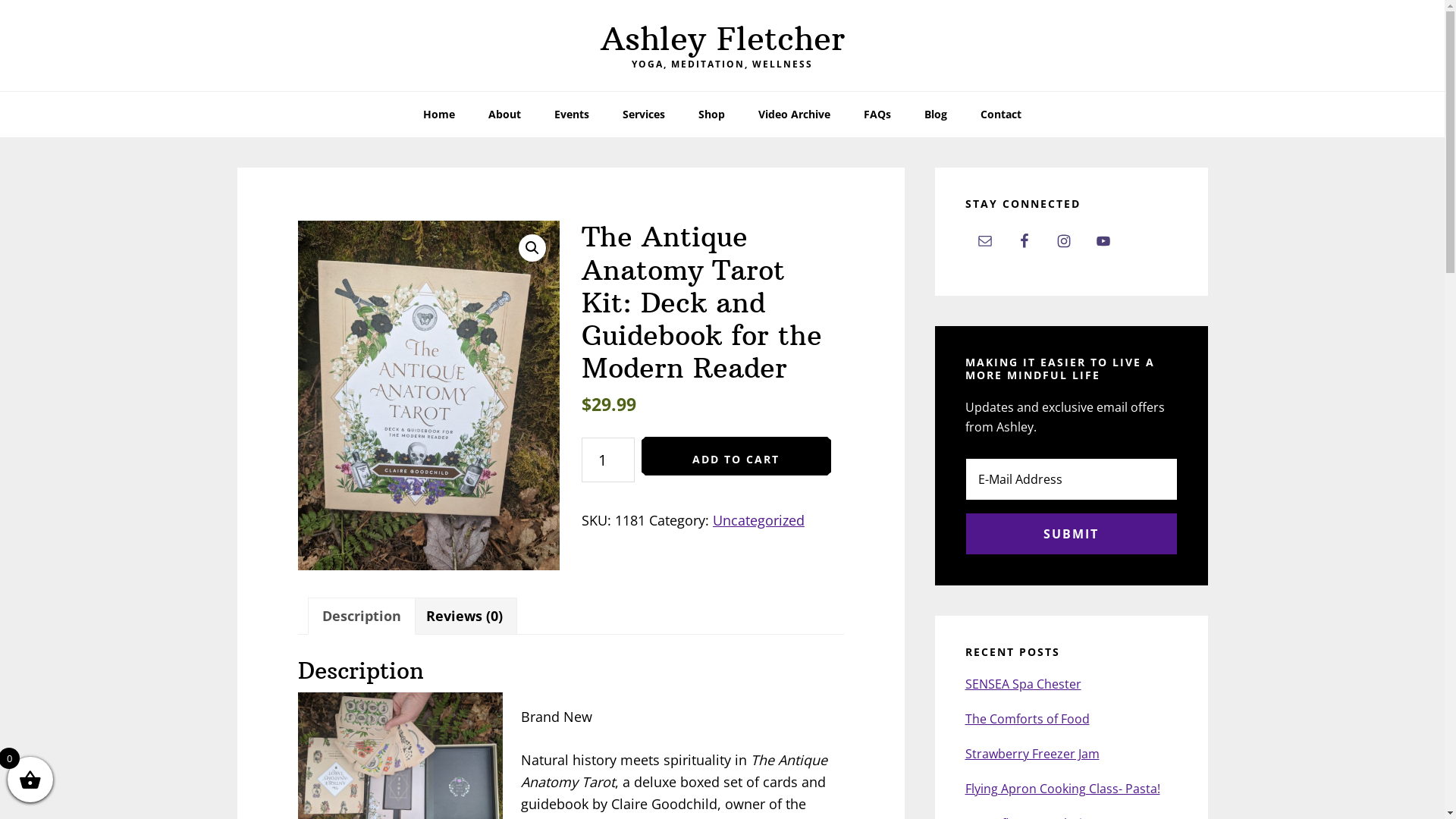 Image resolution: width=1456 pixels, height=819 pixels. What do you see at coordinates (407, 113) in the screenshot?
I see `'Home'` at bounding box center [407, 113].